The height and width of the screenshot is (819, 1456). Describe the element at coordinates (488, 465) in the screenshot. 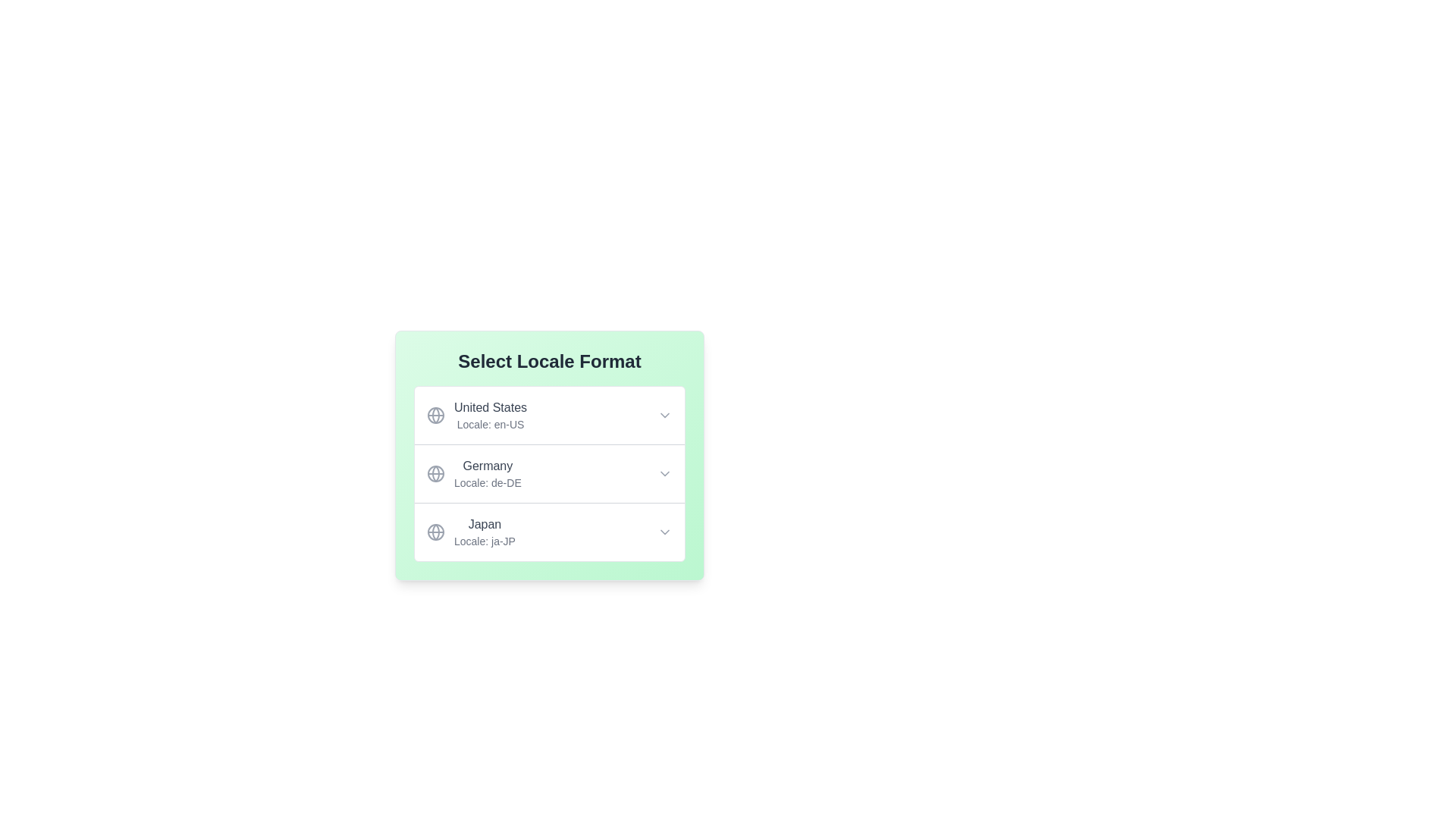

I see `the text label 'Germany' which identifies the country name for the locale option, located in the middle of the list under 'Select Locale Format'` at that location.